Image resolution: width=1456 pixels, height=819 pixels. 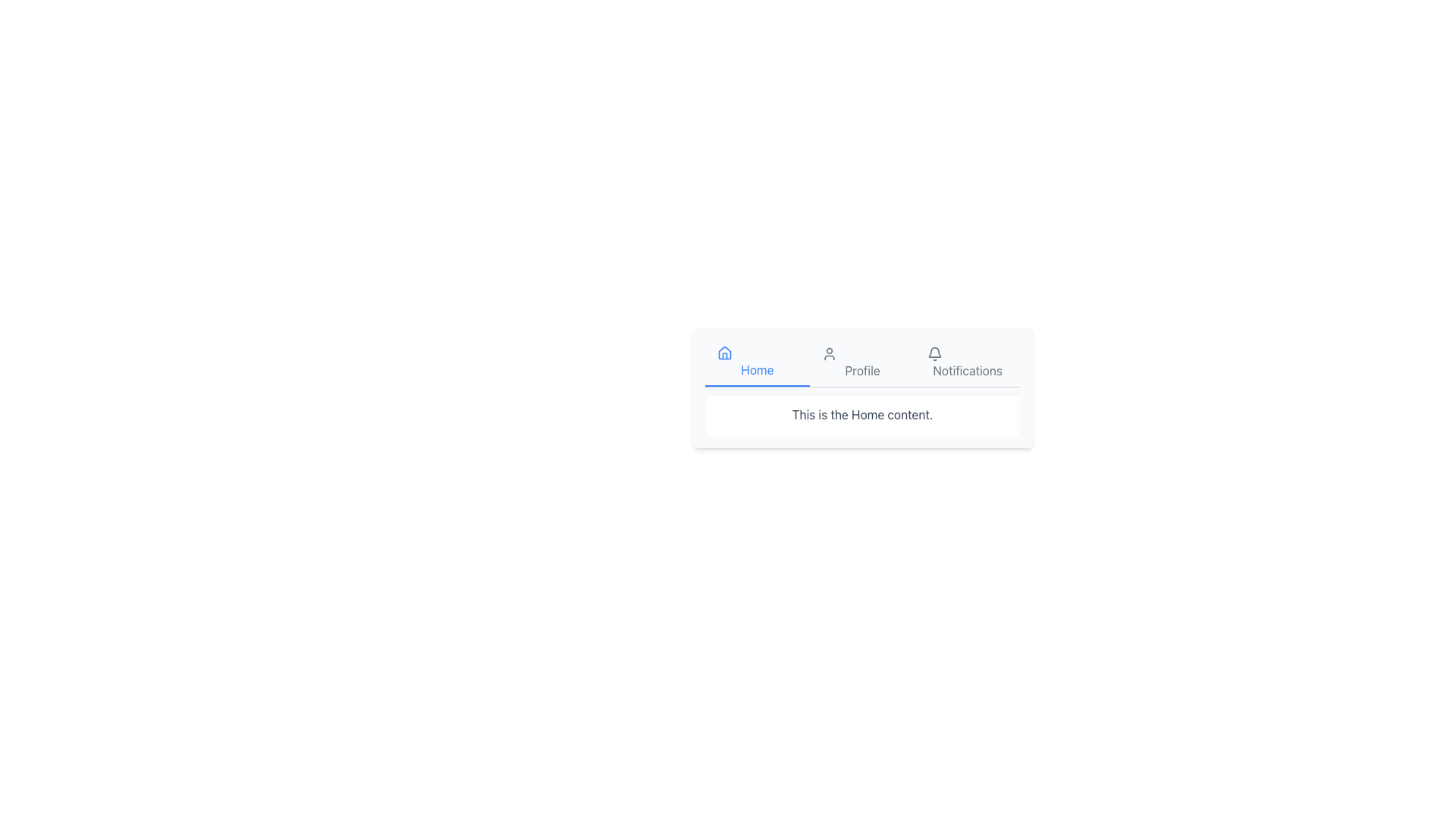 What do you see at coordinates (967, 371) in the screenshot?
I see `the 'Notifications' text label, which is a gray-colored label centered in the top-right quadrant of the menu bar, next to 'Home' and 'Profile'` at bounding box center [967, 371].